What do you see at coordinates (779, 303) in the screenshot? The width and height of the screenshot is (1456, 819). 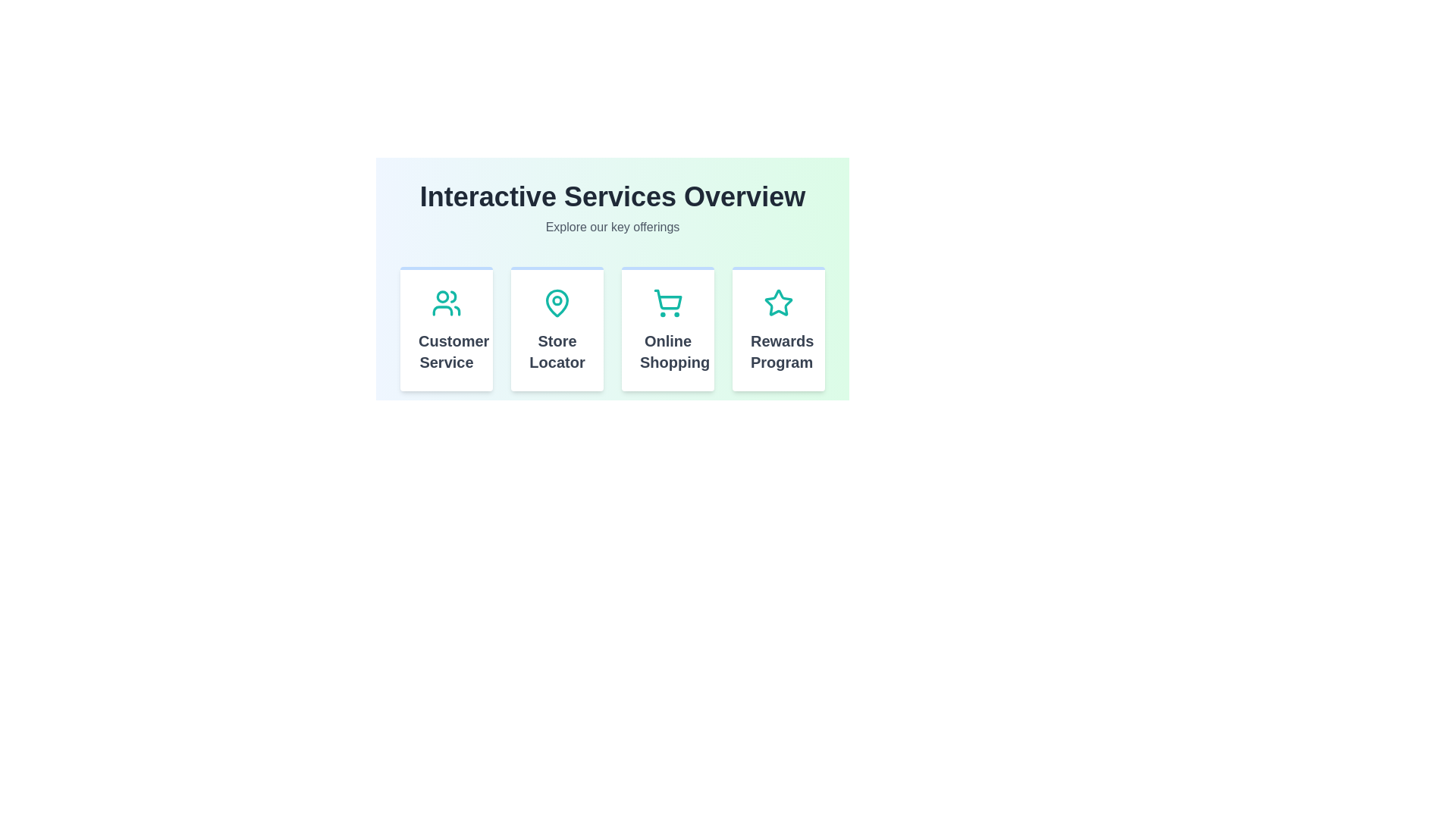 I see `the star-shaped icon with a teal outline located in the 'Rewards Program' card, which is the rightmost card in the row of interactive cards` at bounding box center [779, 303].